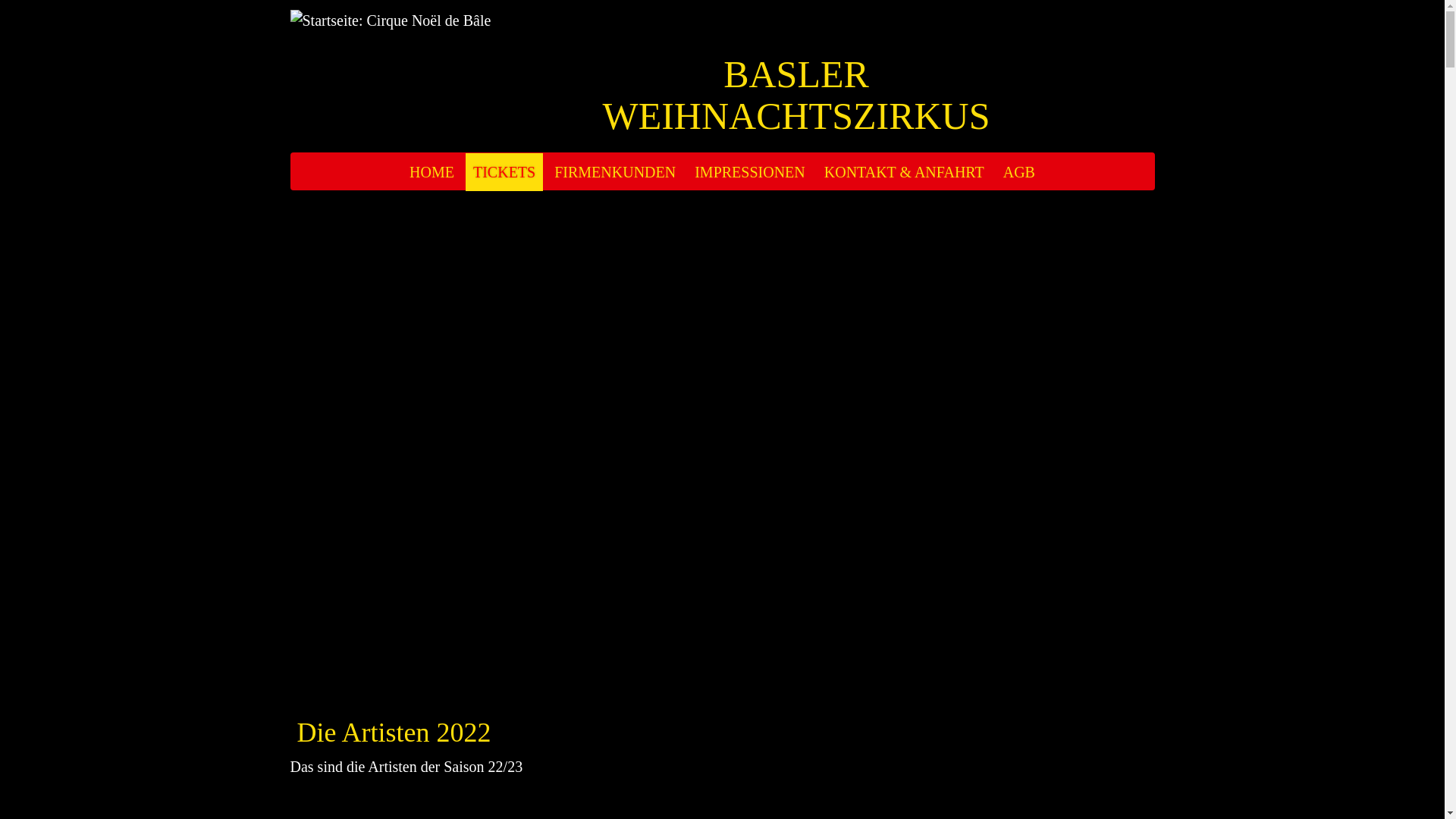  What do you see at coordinates (996, 171) in the screenshot?
I see `'AGB'` at bounding box center [996, 171].